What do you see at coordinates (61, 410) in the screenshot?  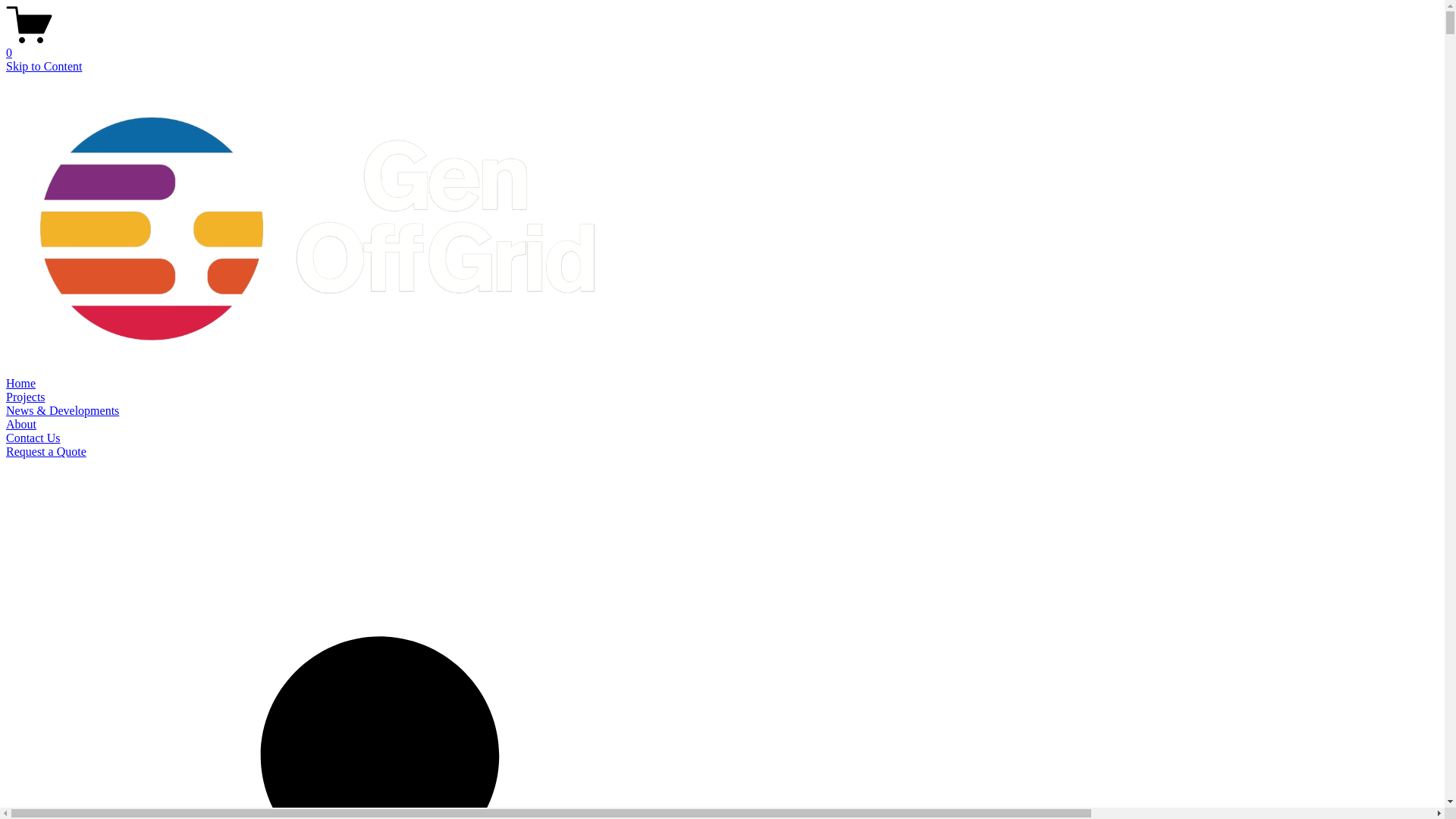 I see `'News & Developments'` at bounding box center [61, 410].